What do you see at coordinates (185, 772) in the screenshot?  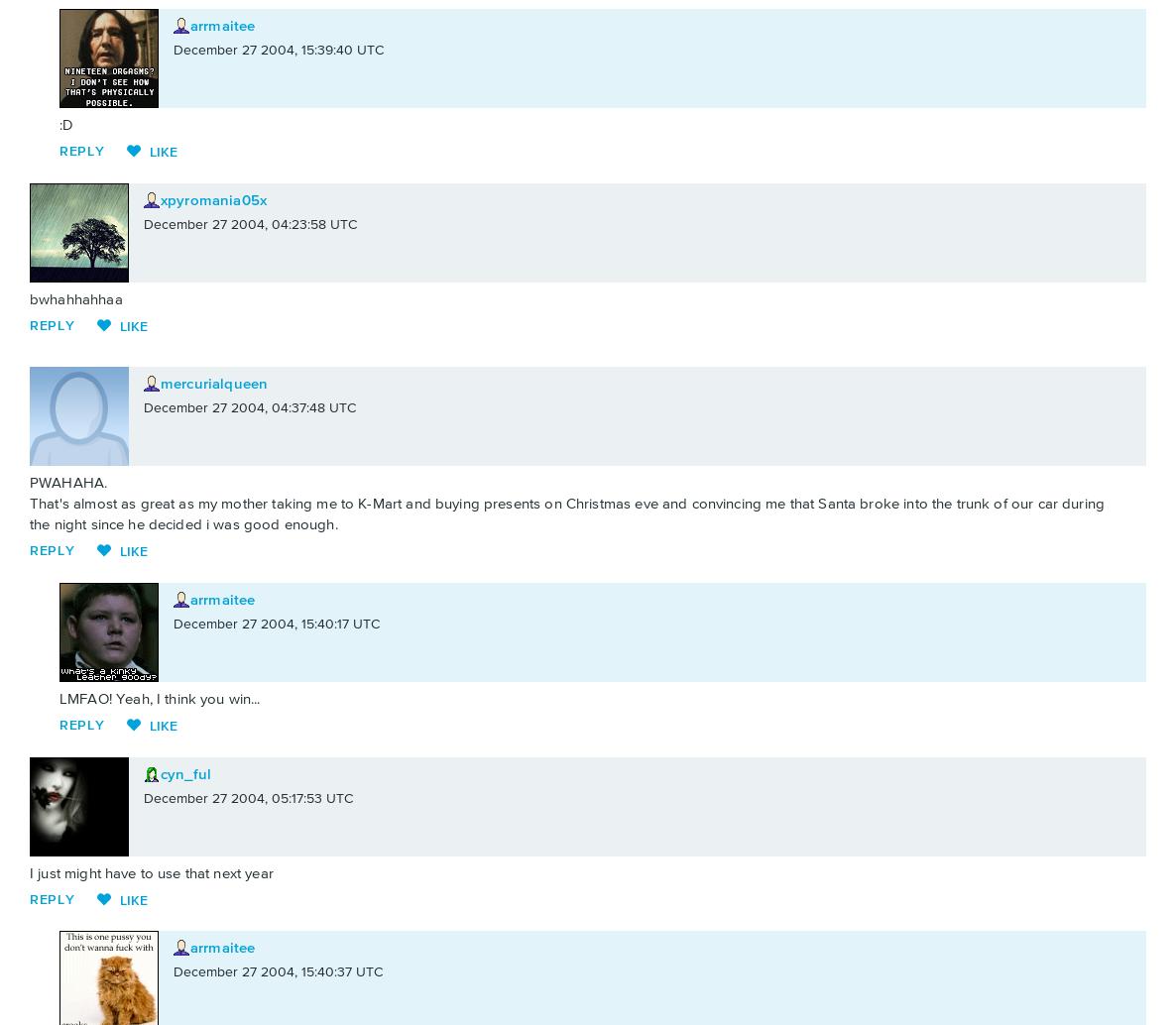 I see `'cyn_ful'` at bounding box center [185, 772].